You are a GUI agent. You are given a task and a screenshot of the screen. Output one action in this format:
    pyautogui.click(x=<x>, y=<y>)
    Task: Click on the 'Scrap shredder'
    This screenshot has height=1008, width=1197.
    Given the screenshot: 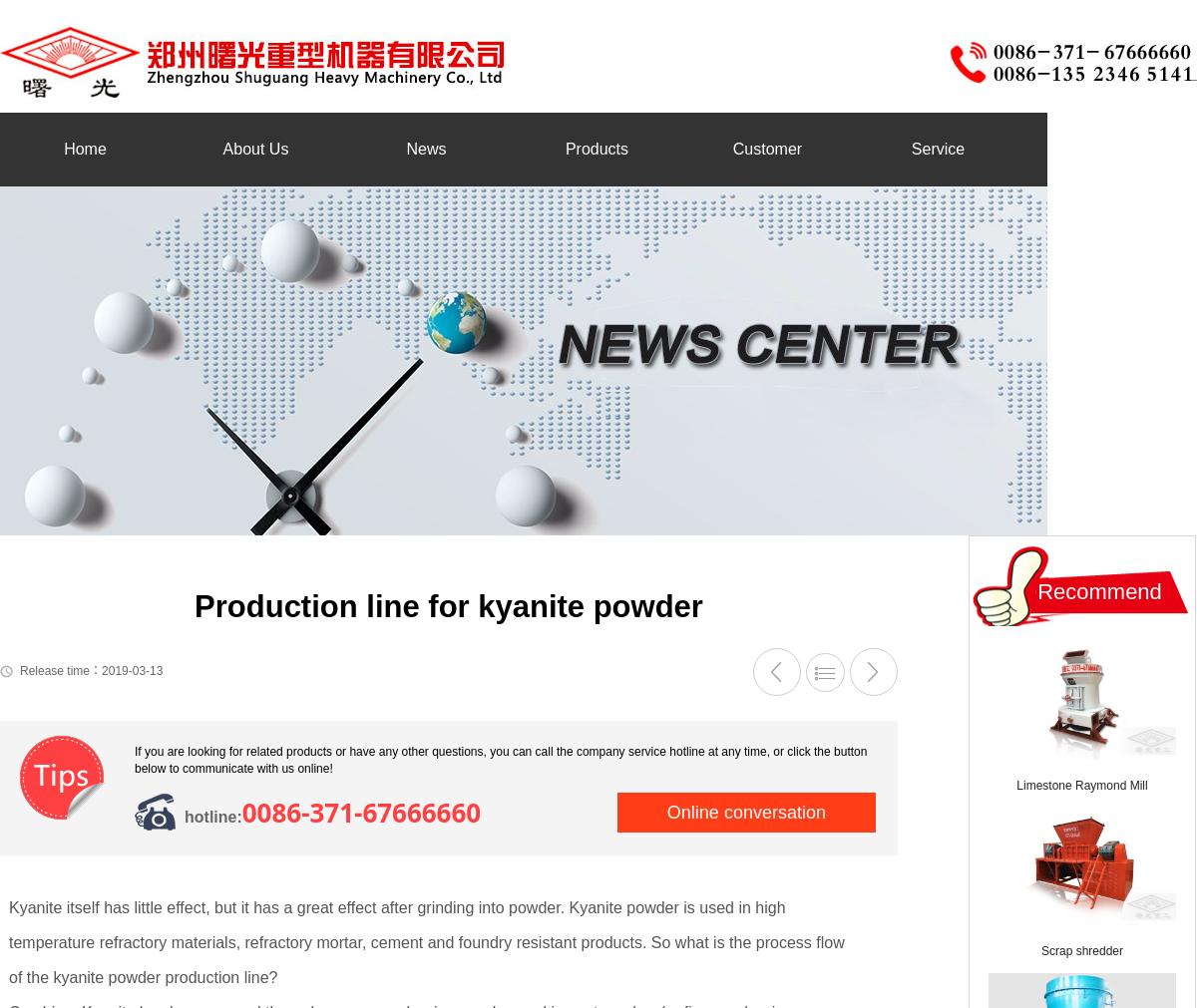 What is the action you would take?
    pyautogui.click(x=1080, y=950)
    